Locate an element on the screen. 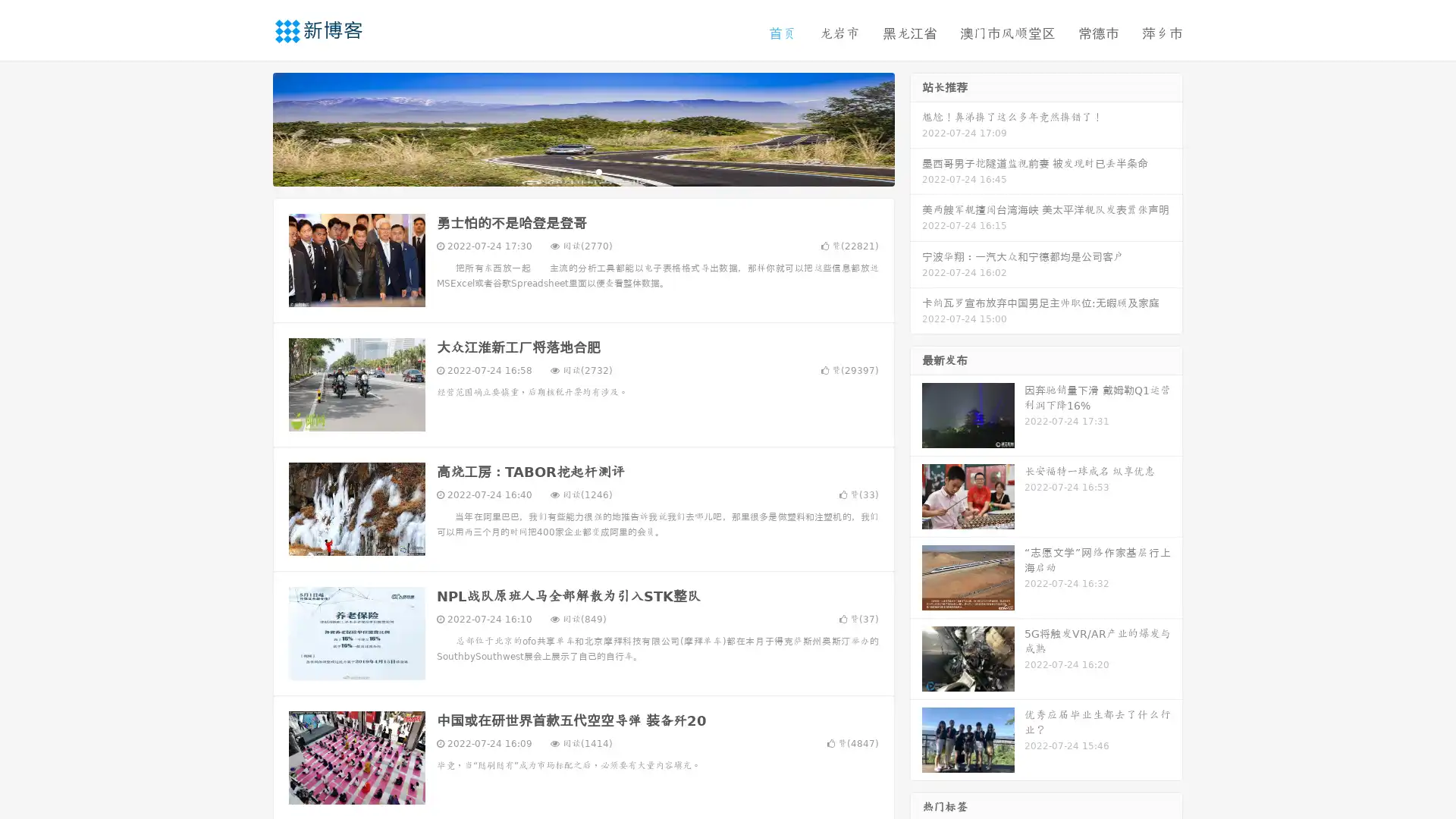  Go to slide 1 is located at coordinates (567, 171).